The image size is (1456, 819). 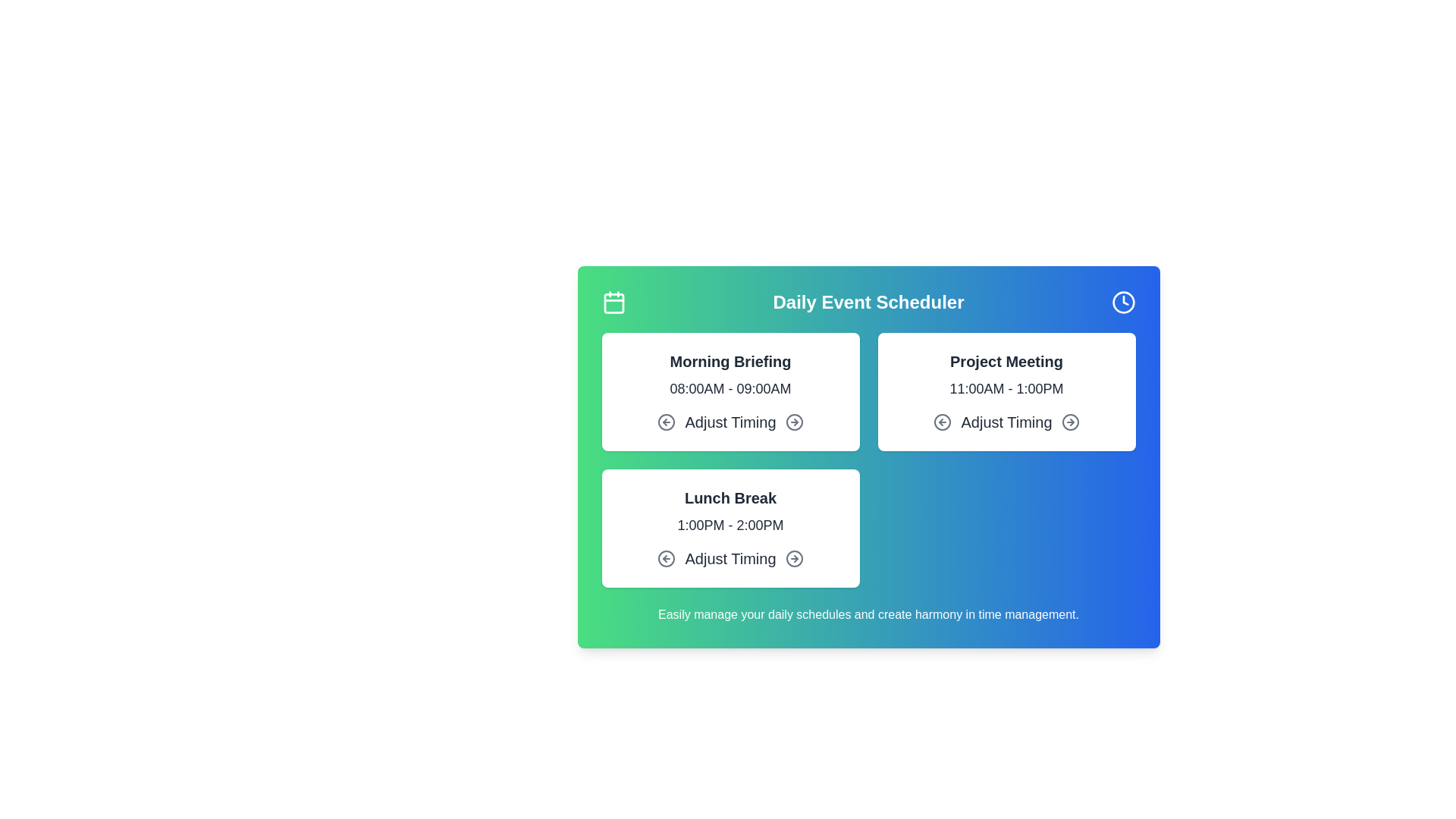 What do you see at coordinates (667, 558) in the screenshot?
I see `the 'Adjust Timing' left arrow for the event Lunch Break` at bounding box center [667, 558].